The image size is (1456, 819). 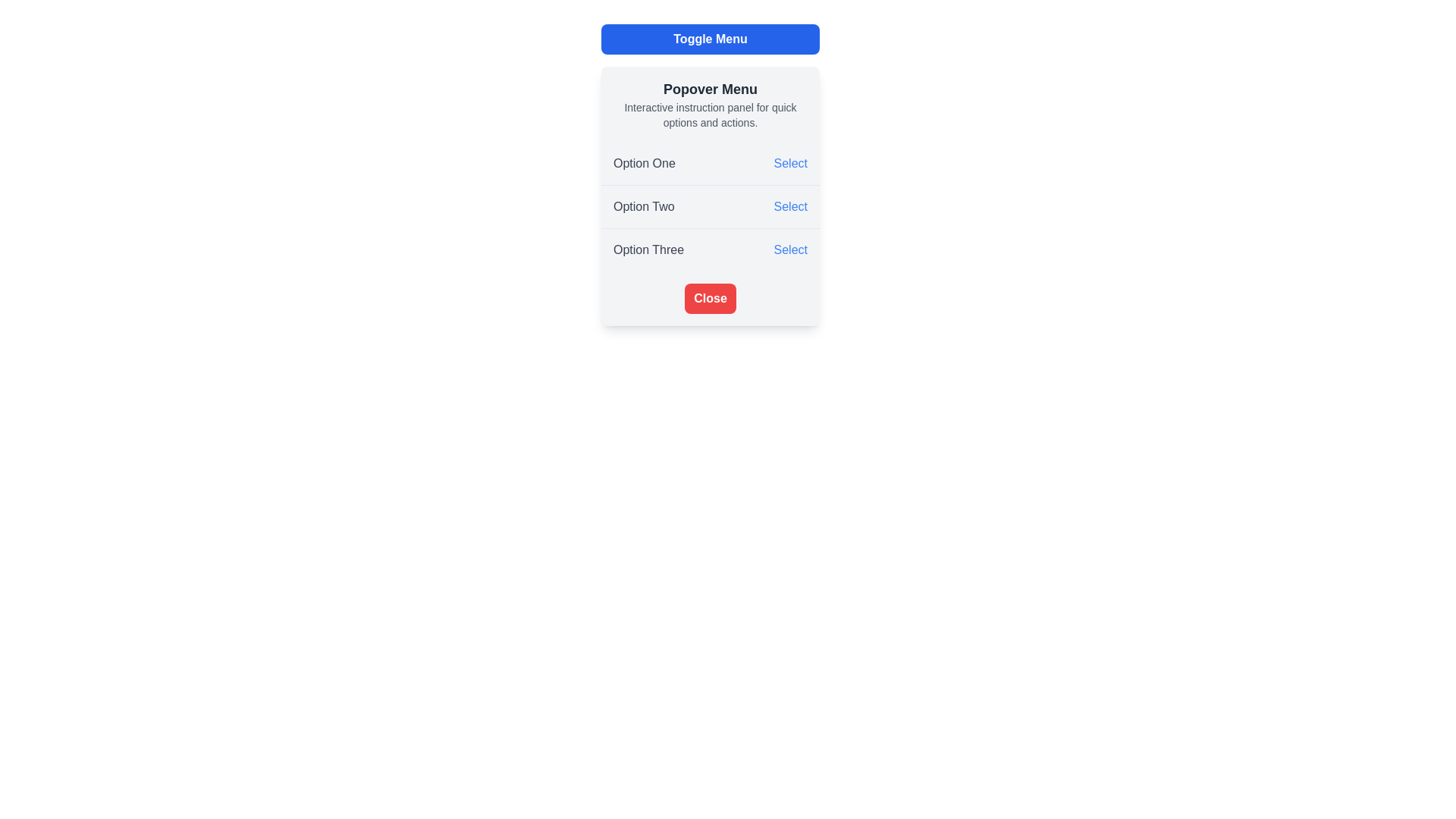 I want to click on the 'Select' link associated with 'Option Two' in the 'Popover Menu' dropdown, so click(x=709, y=195).